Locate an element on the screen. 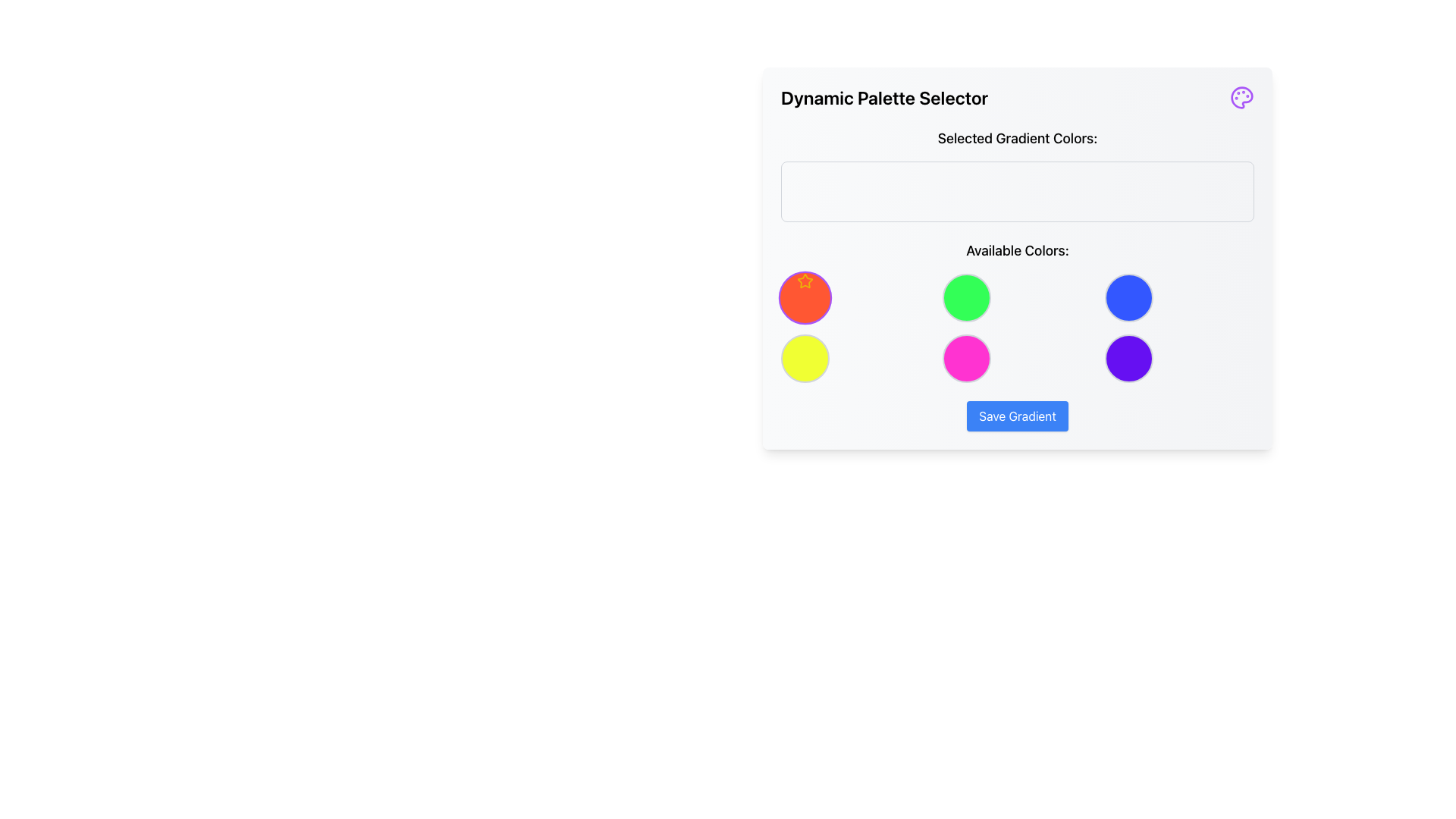 The width and height of the screenshot is (1456, 819). the blue 'Save Gradient' button with rounded corners located at the bottom center of the 'Dynamic Palette Selector' panel is located at coordinates (1018, 416).